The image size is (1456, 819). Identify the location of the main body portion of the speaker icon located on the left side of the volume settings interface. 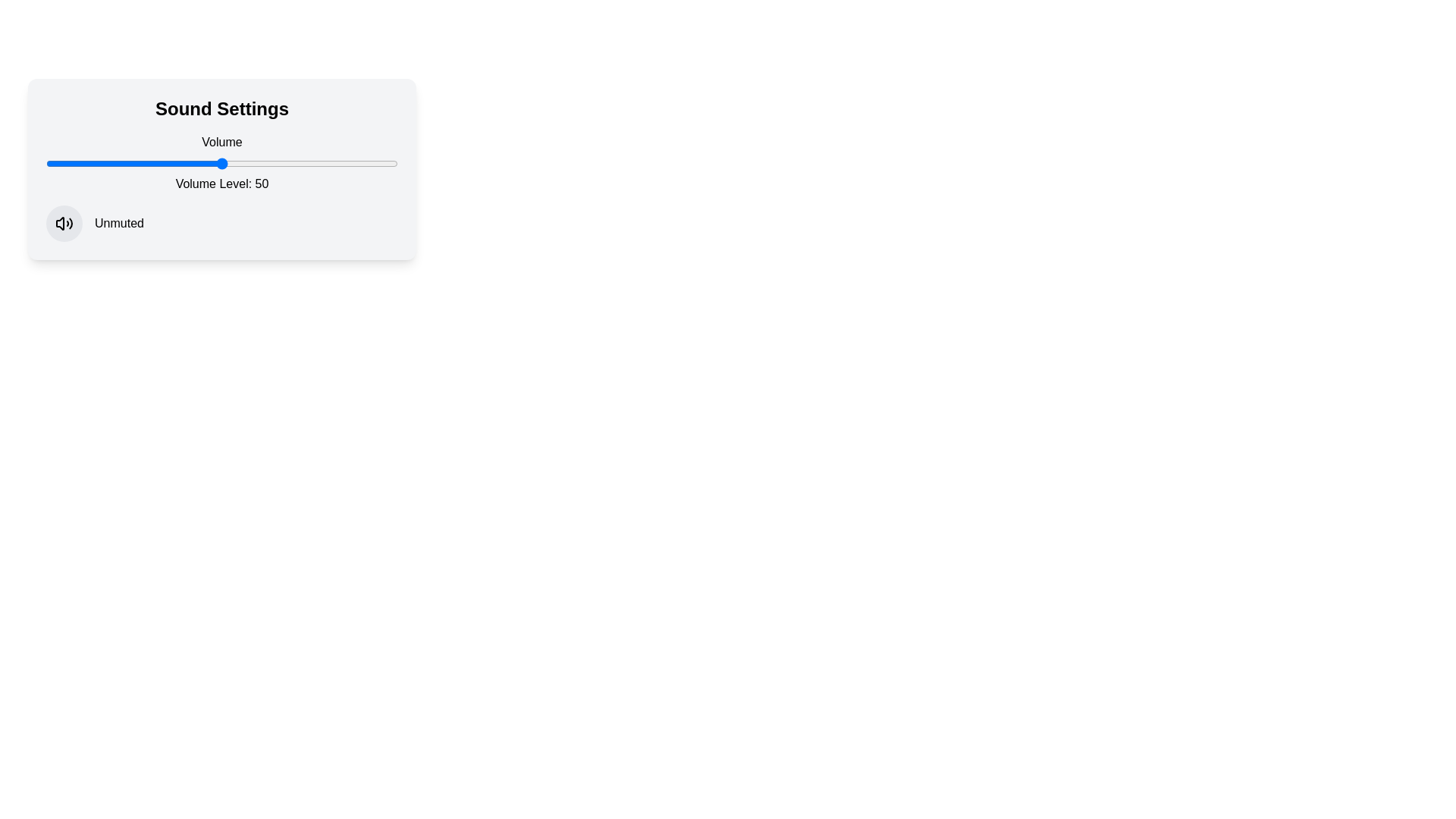
(60, 223).